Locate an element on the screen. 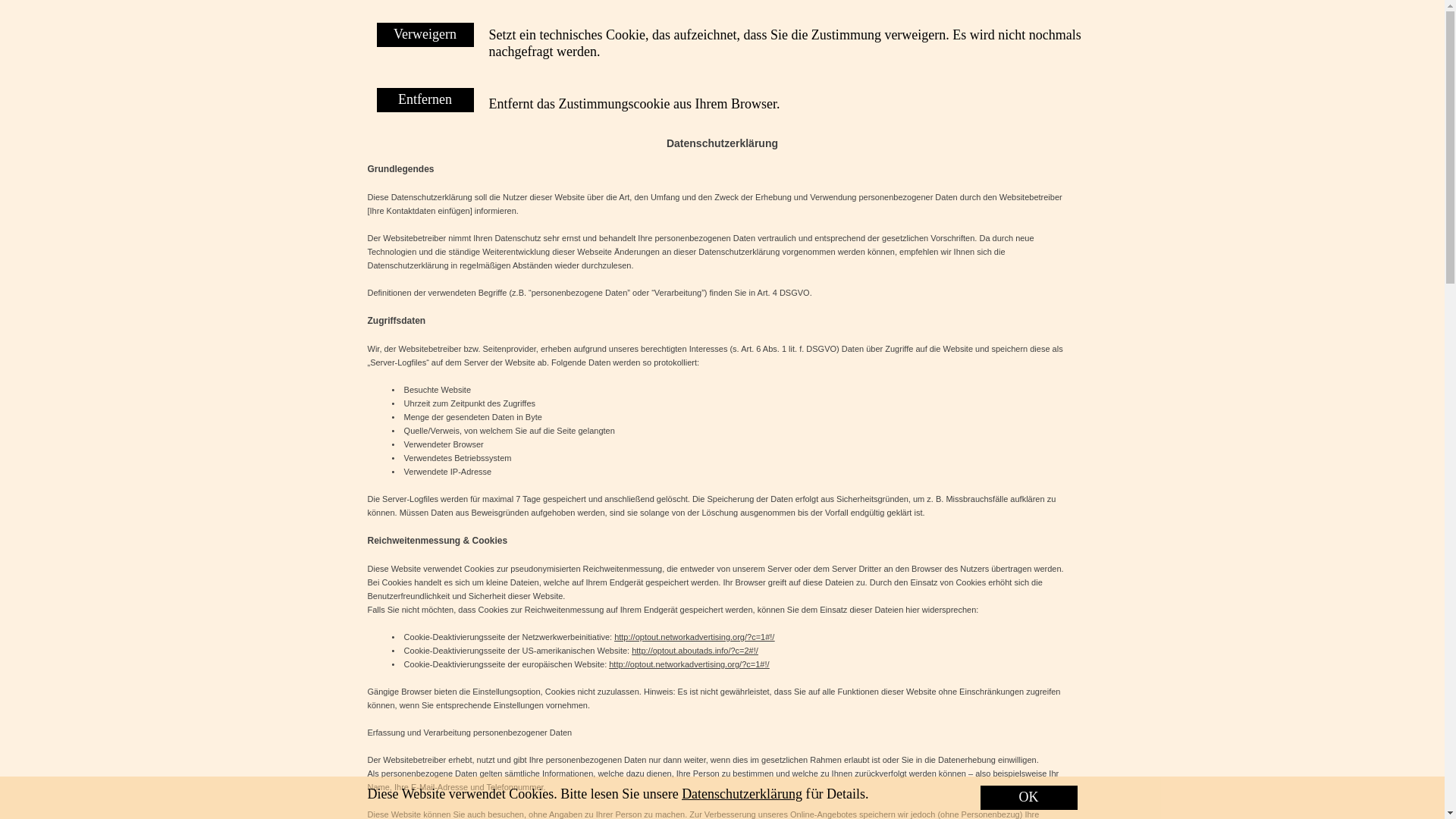 Image resolution: width=1456 pixels, height=819 pixels. 'http://optout.aboutads.info/?c=2#!/' is located at coordinates (632, 649).